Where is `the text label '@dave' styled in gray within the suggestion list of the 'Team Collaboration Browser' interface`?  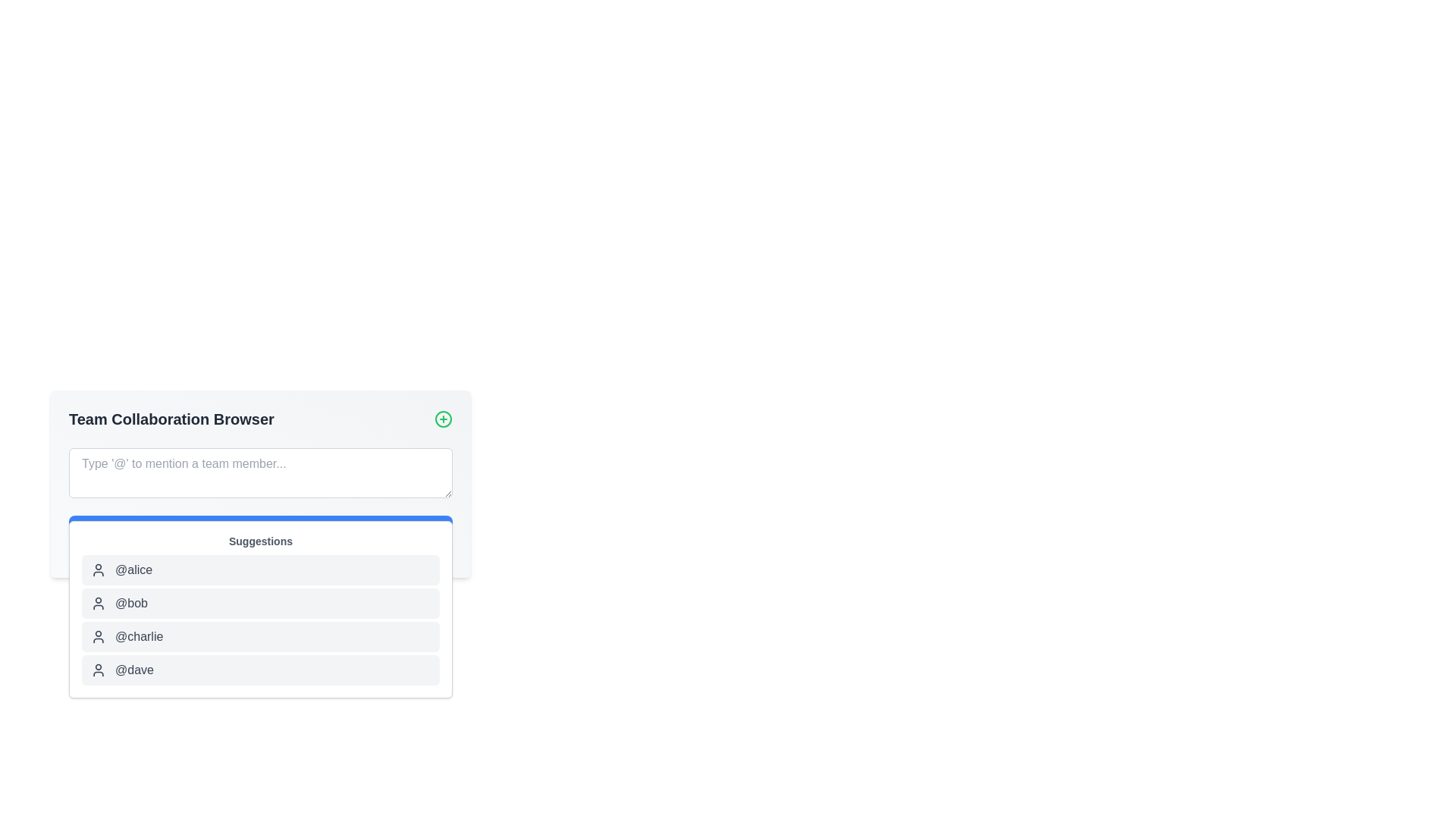
the text label '@dave' styled in gray within the suggestion list of the 'Team Collaboration Browser' interface is located at coordinates (134, 669).